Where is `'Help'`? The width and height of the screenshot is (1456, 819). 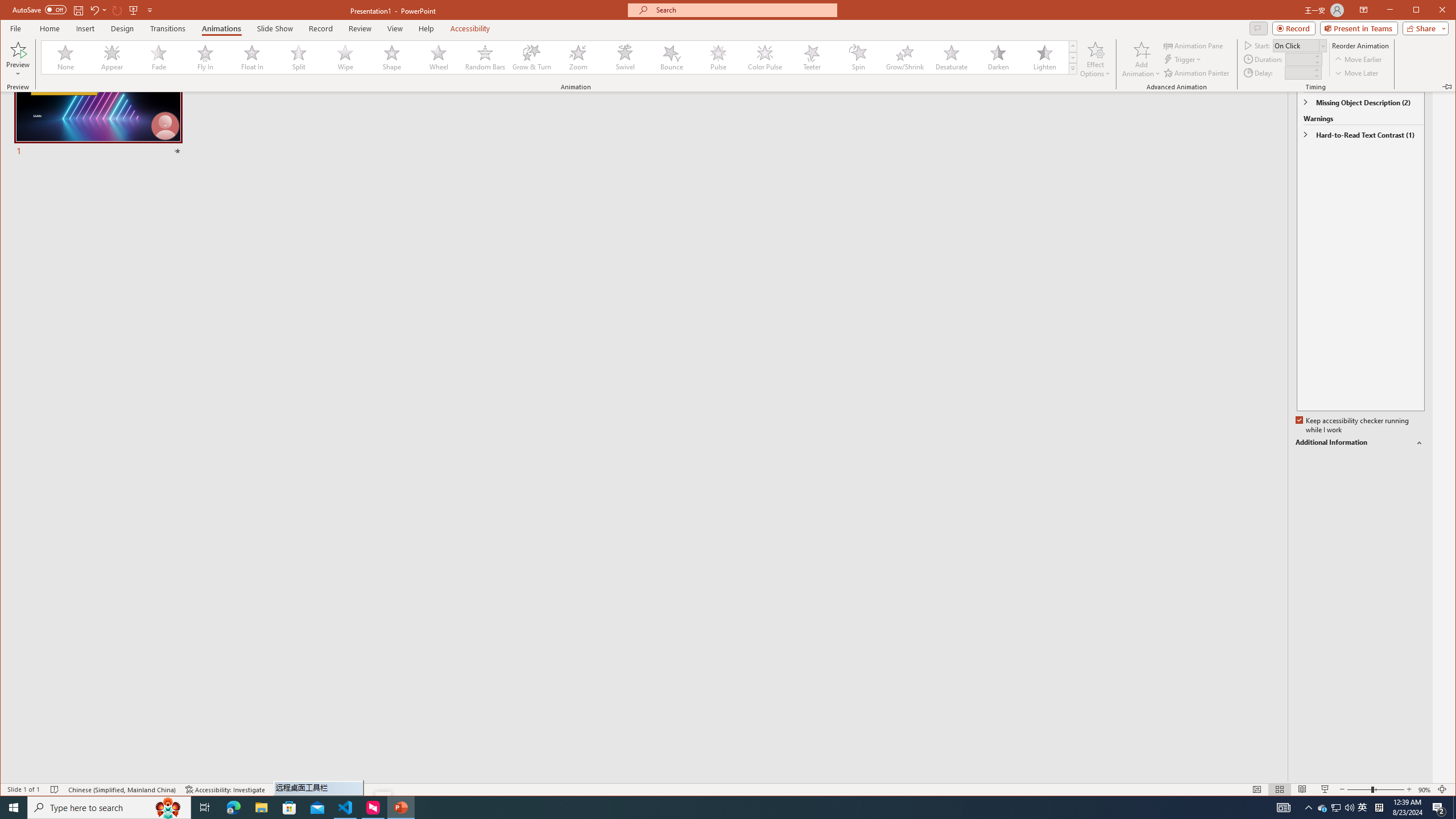
'Help' is located at coordinates (427, 28).